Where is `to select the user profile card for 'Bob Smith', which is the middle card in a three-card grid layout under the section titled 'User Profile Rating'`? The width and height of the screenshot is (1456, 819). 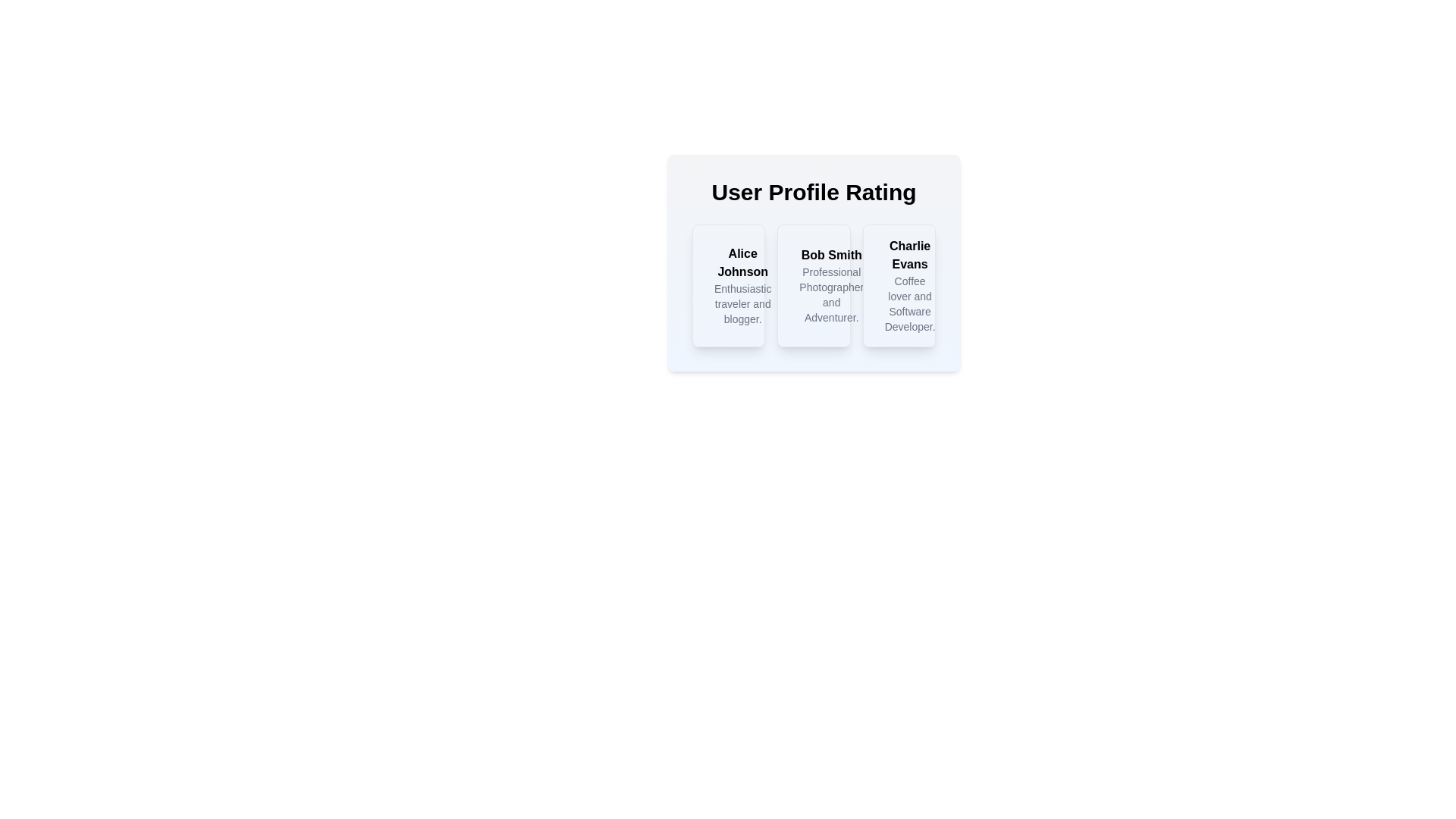
to select the user profile card for 'Bob Smith', which is the middle card in a three-card grid layout under the section titled 'User Profile Rating' is located at coordinates (813, 286).